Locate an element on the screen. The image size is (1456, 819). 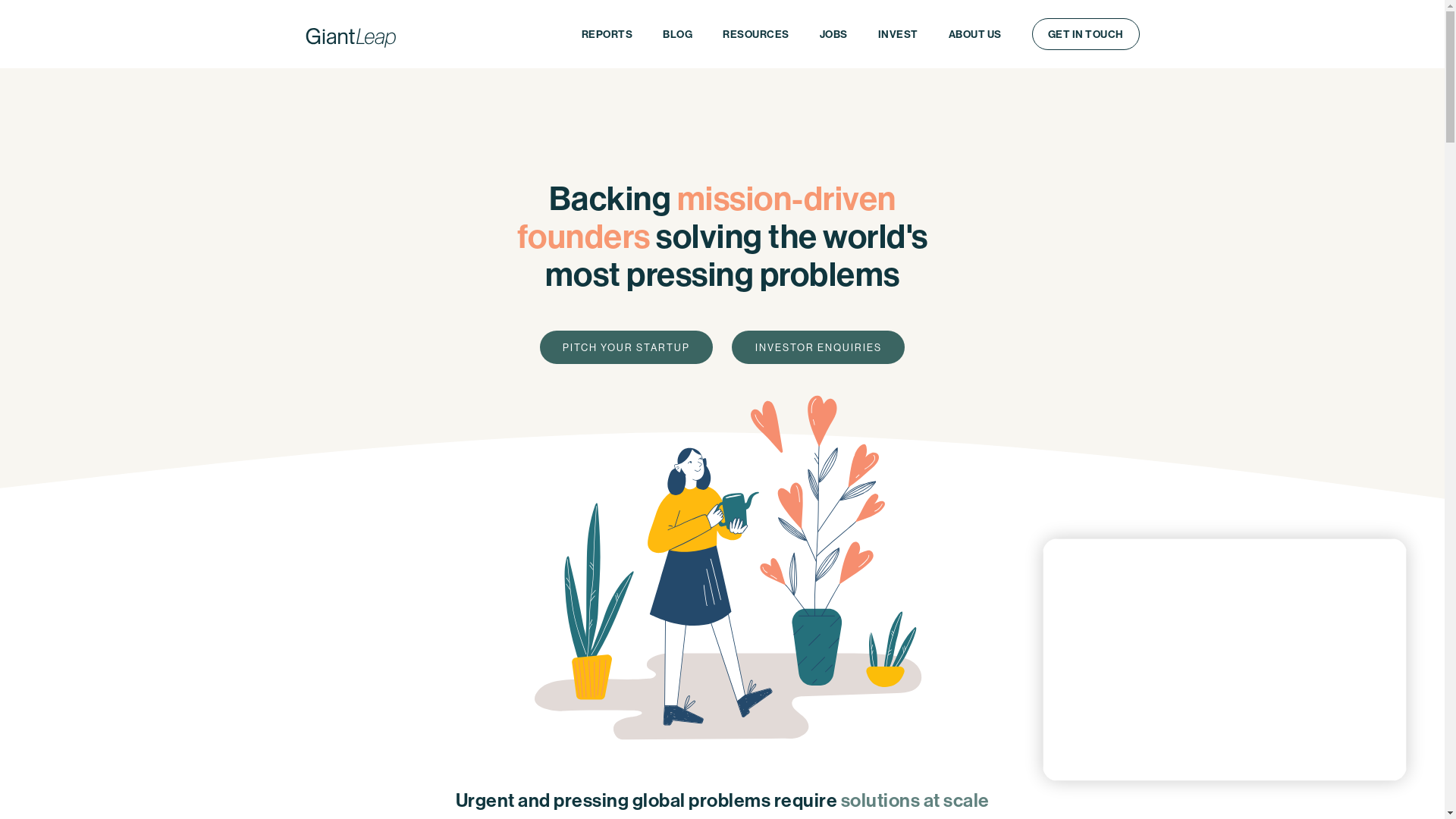
'PITCH YOUR STARTUP' is located at coordinates (626, 347).